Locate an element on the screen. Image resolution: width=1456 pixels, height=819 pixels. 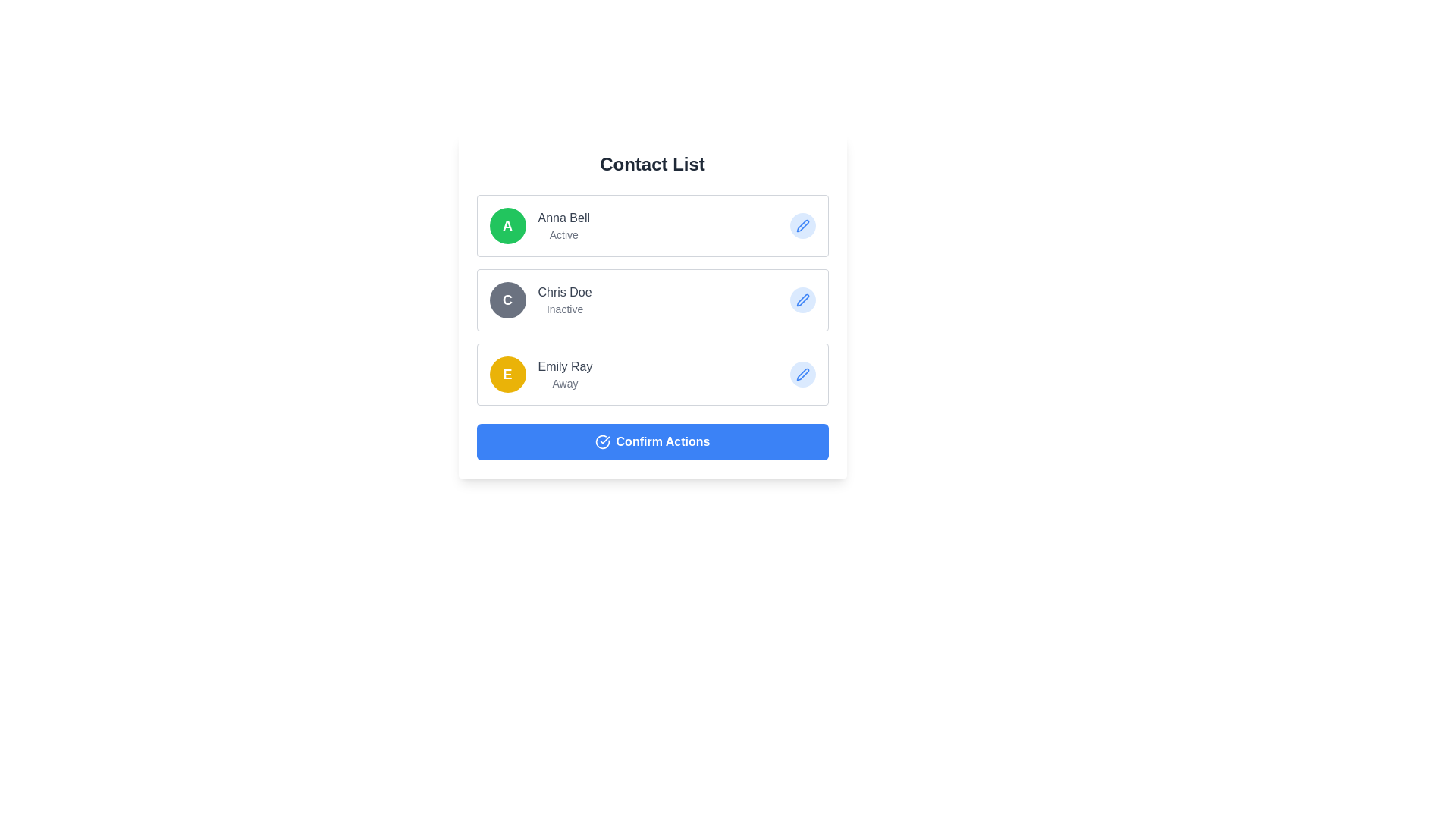
the pen icon button with a blue outline located on the right side of the second list item associated with user 'Chris Doe' is located at coordinates (802, 300).